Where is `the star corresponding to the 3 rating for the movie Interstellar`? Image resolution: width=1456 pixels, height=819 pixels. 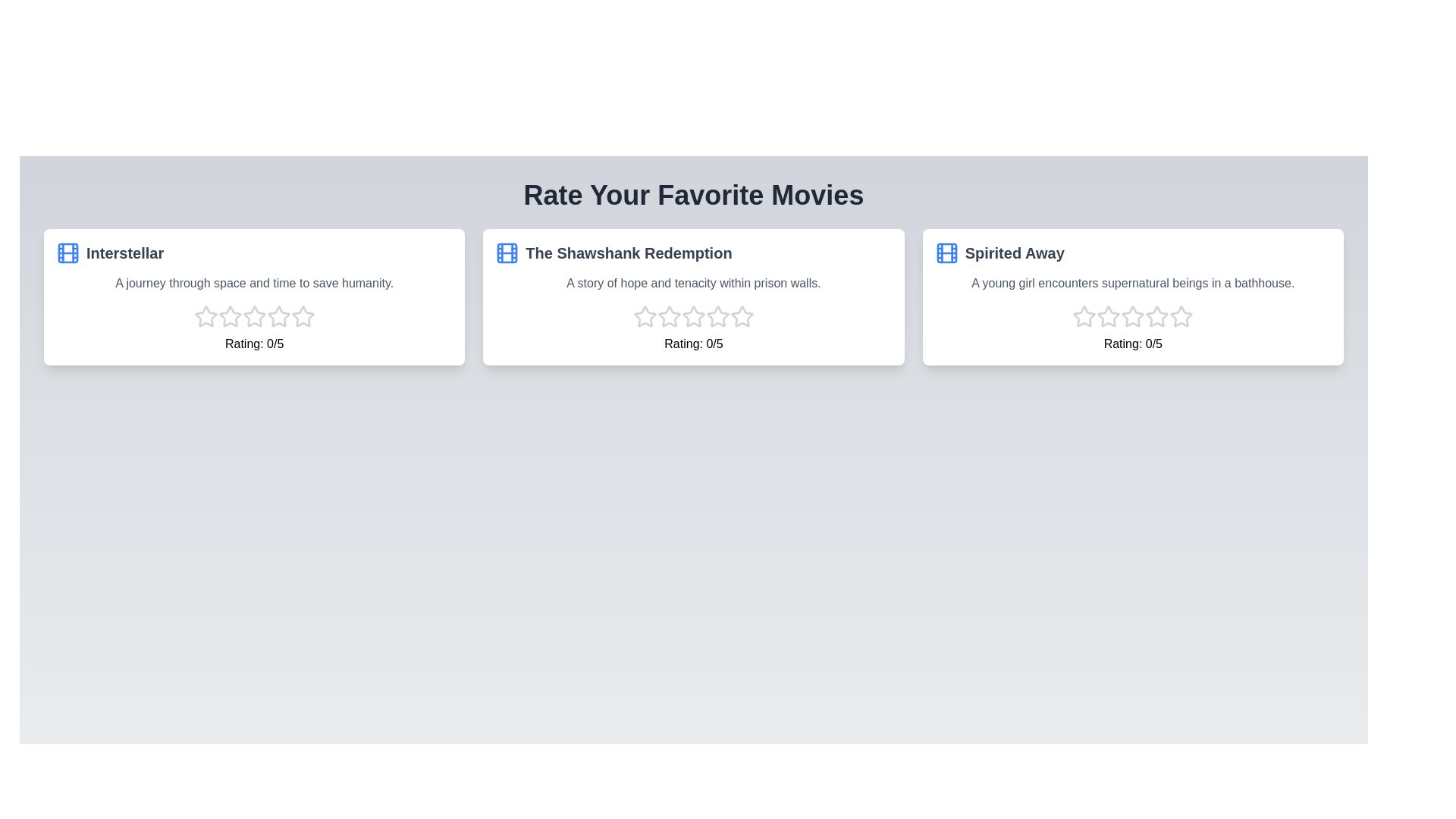 the star corresponding to the 3 rating for the movie Interstellar is located at coordinates (254, 315).